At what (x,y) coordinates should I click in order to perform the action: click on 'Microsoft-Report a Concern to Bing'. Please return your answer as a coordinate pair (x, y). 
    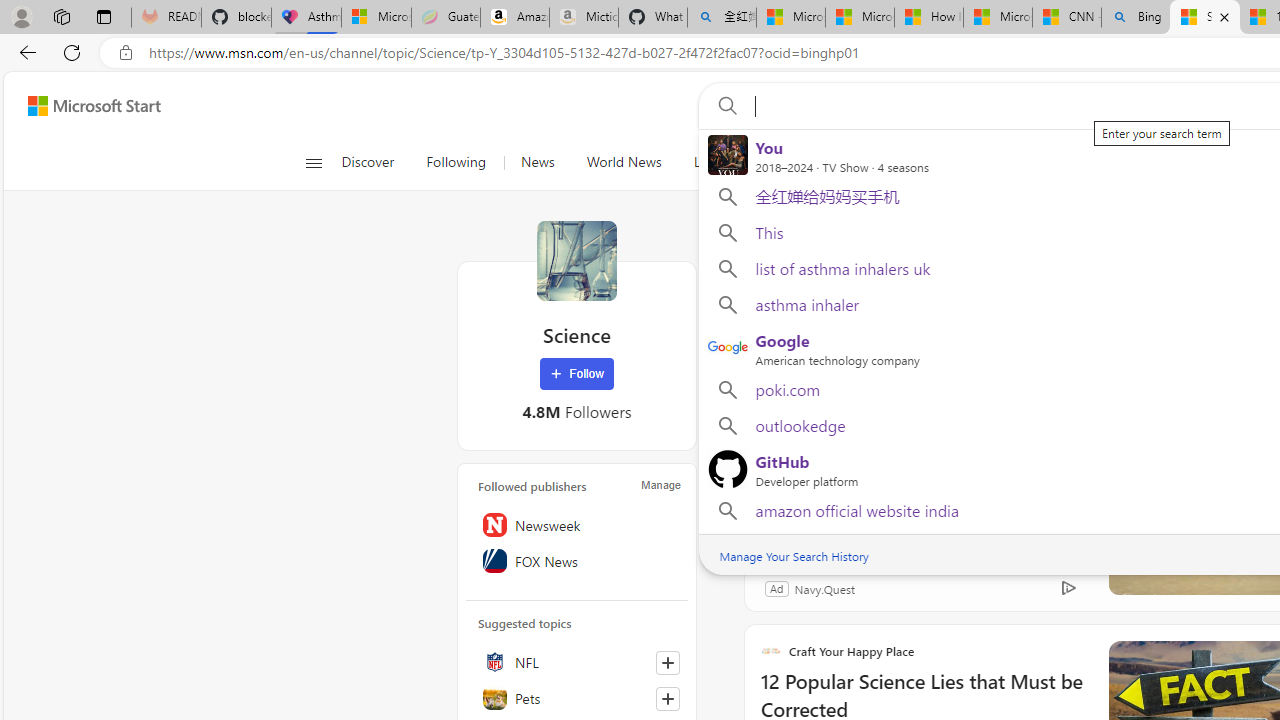
    Looking at the image, I should click on (376, 17).